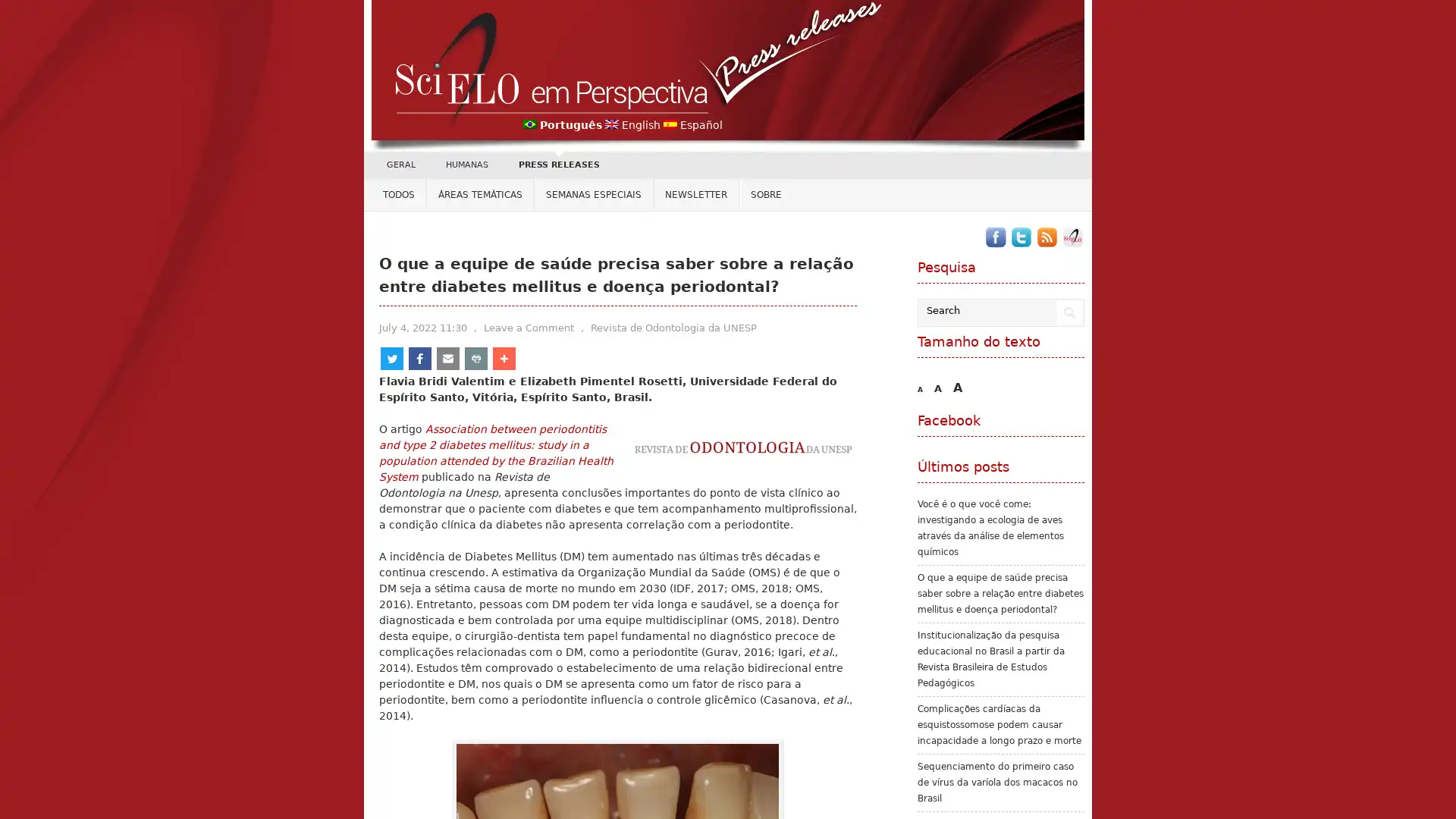  I want to click on Share to Email Email, so click(560, 359).